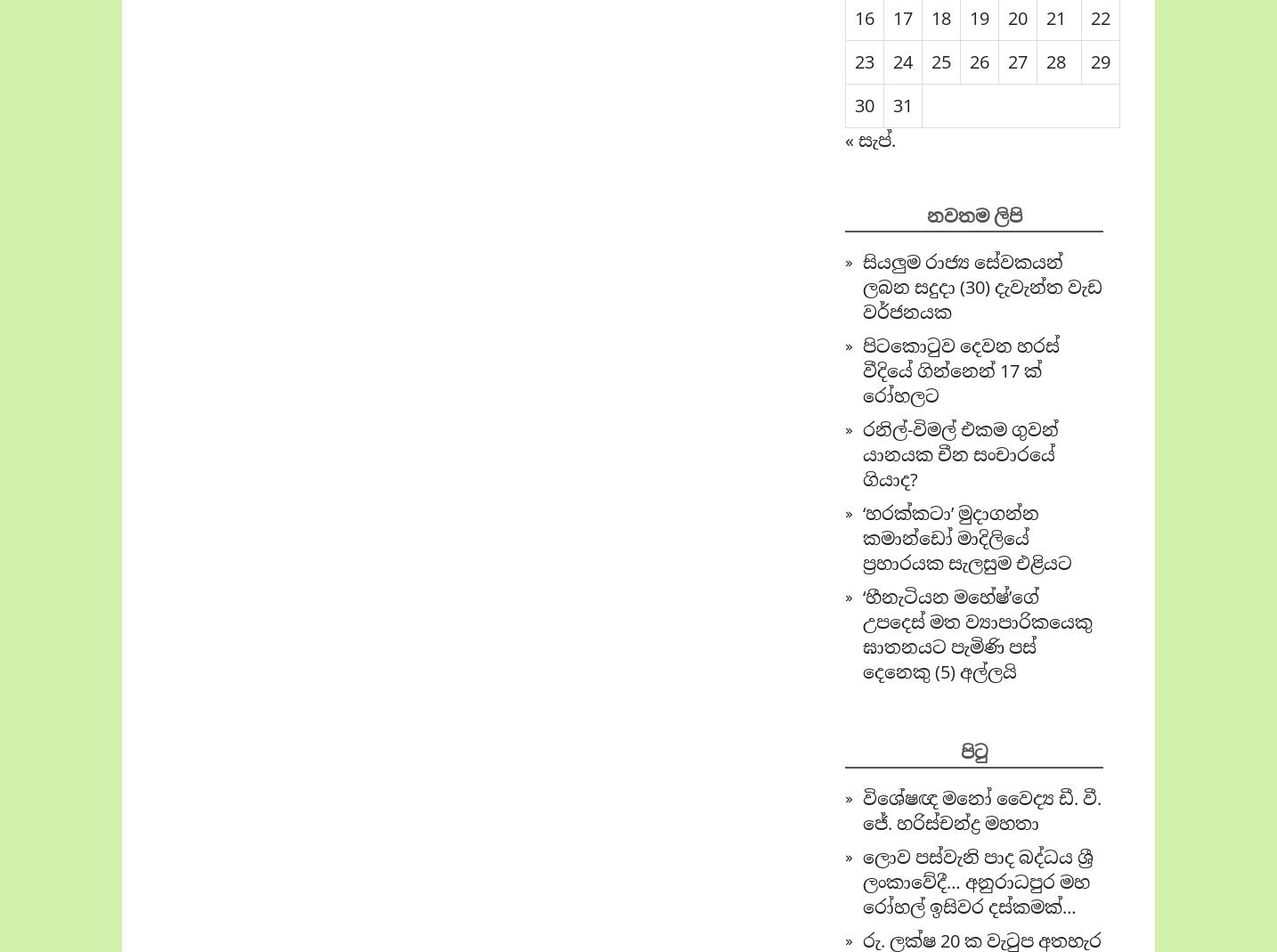 The height and width of the screenshot is (952, 1277). I want to click on '23', so click(863, 61).